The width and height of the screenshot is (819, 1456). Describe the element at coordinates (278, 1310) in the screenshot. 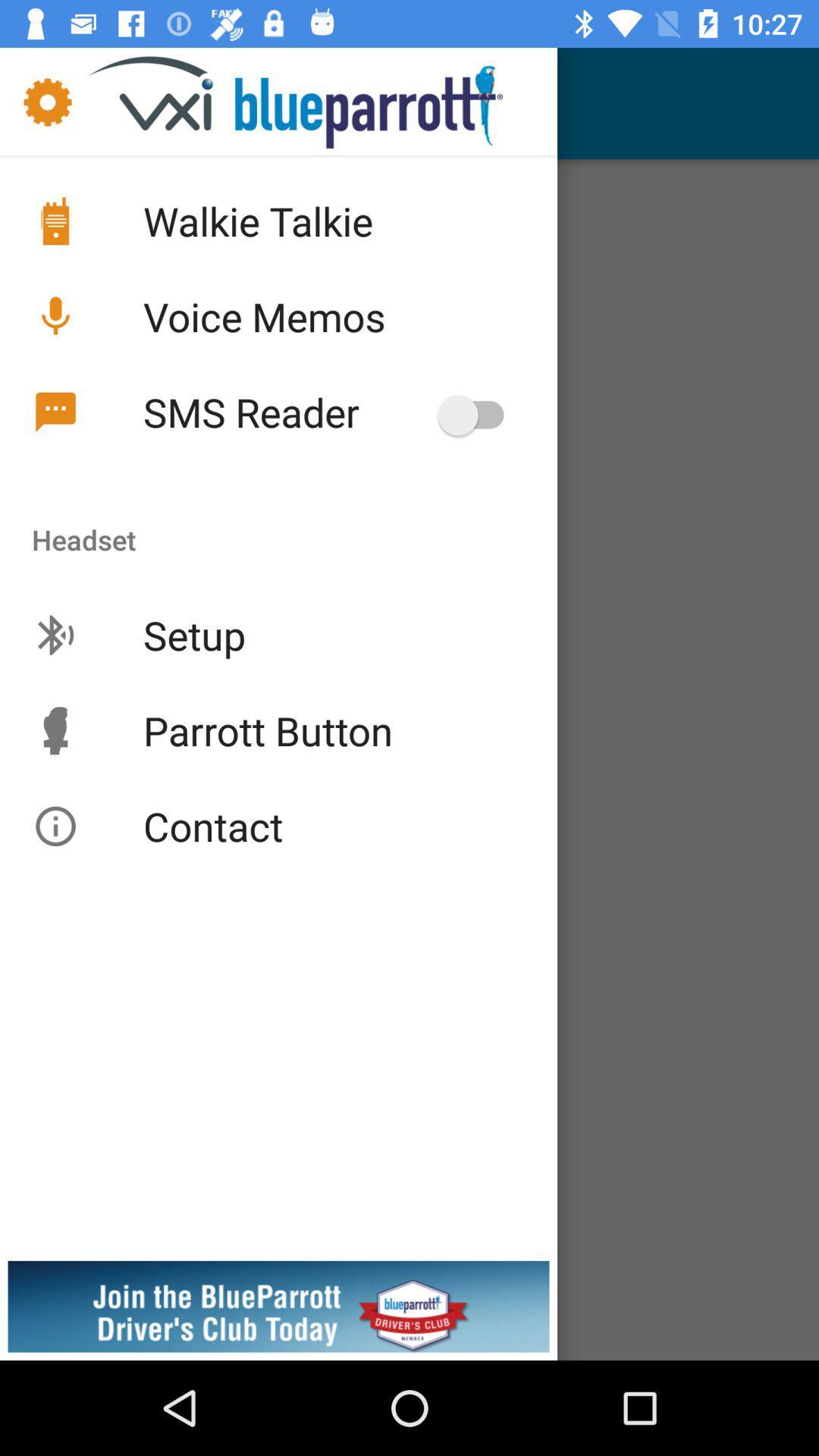

I see `the image below contact` at that location.